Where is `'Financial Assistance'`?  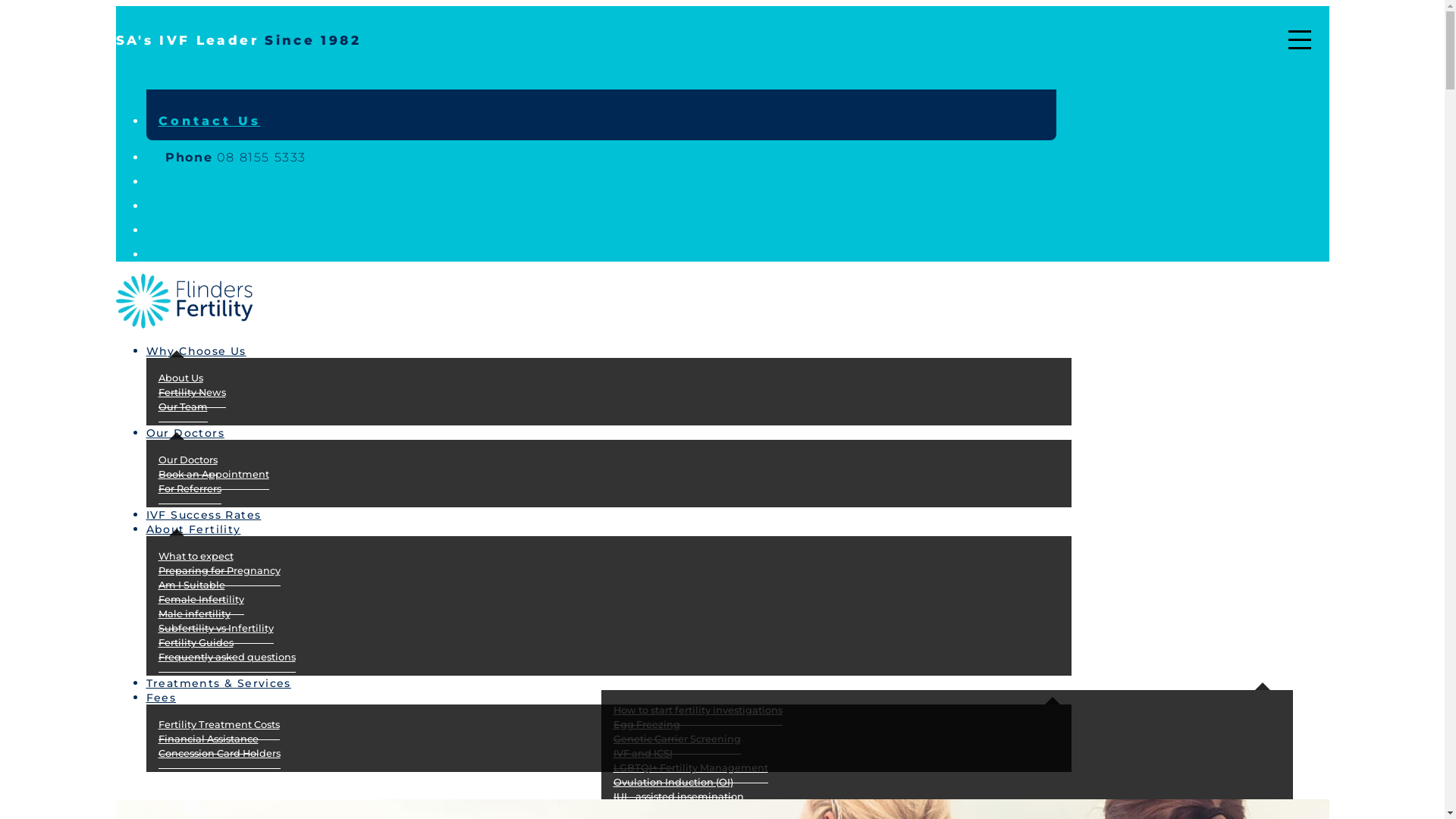 'Financial Assistance' is located at coordinates (157, 739).